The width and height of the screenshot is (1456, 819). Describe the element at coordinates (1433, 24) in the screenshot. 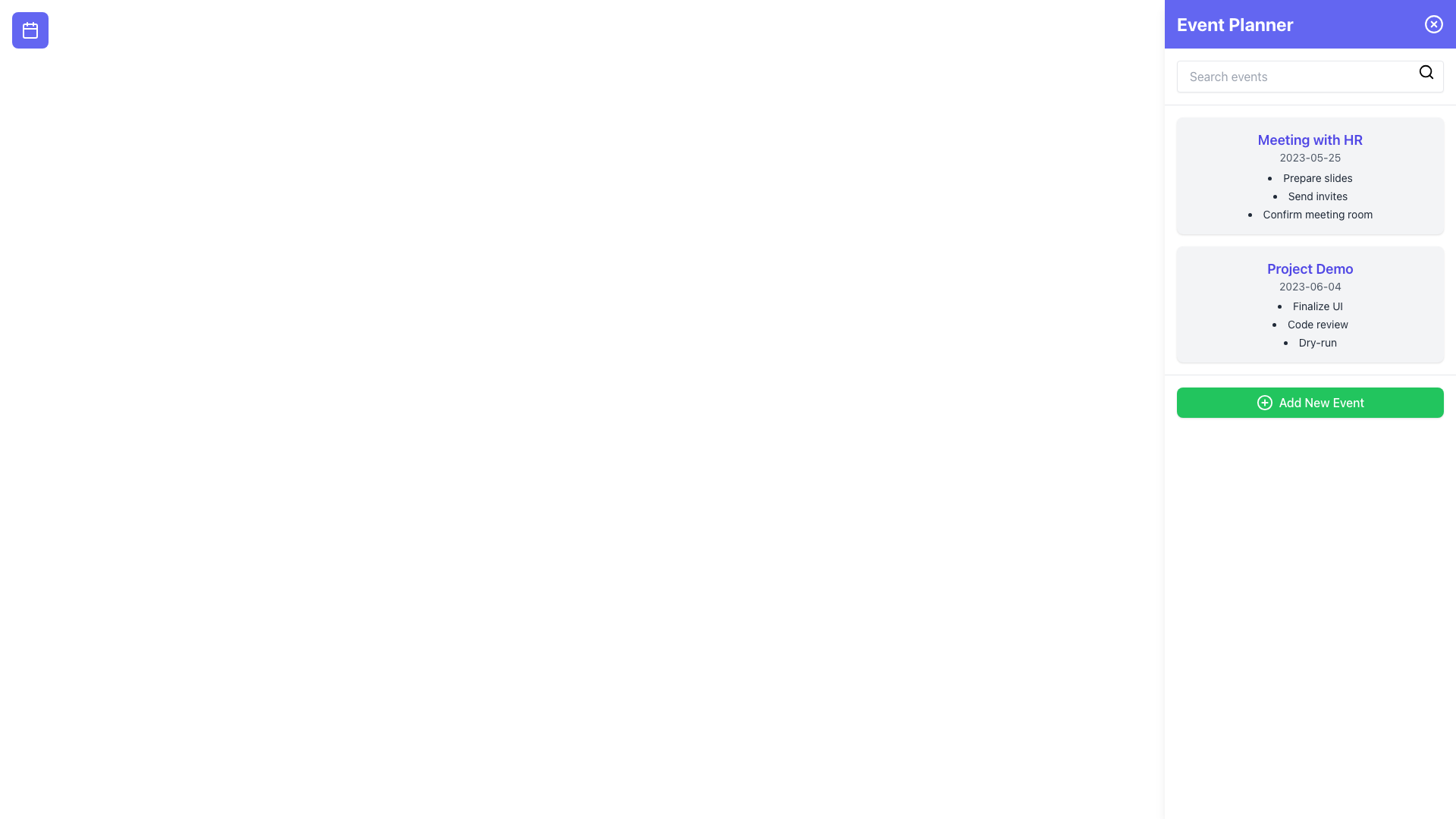

I see `the circular blue button with a red 'X' located in the top-right corner of the header bar` at that location.